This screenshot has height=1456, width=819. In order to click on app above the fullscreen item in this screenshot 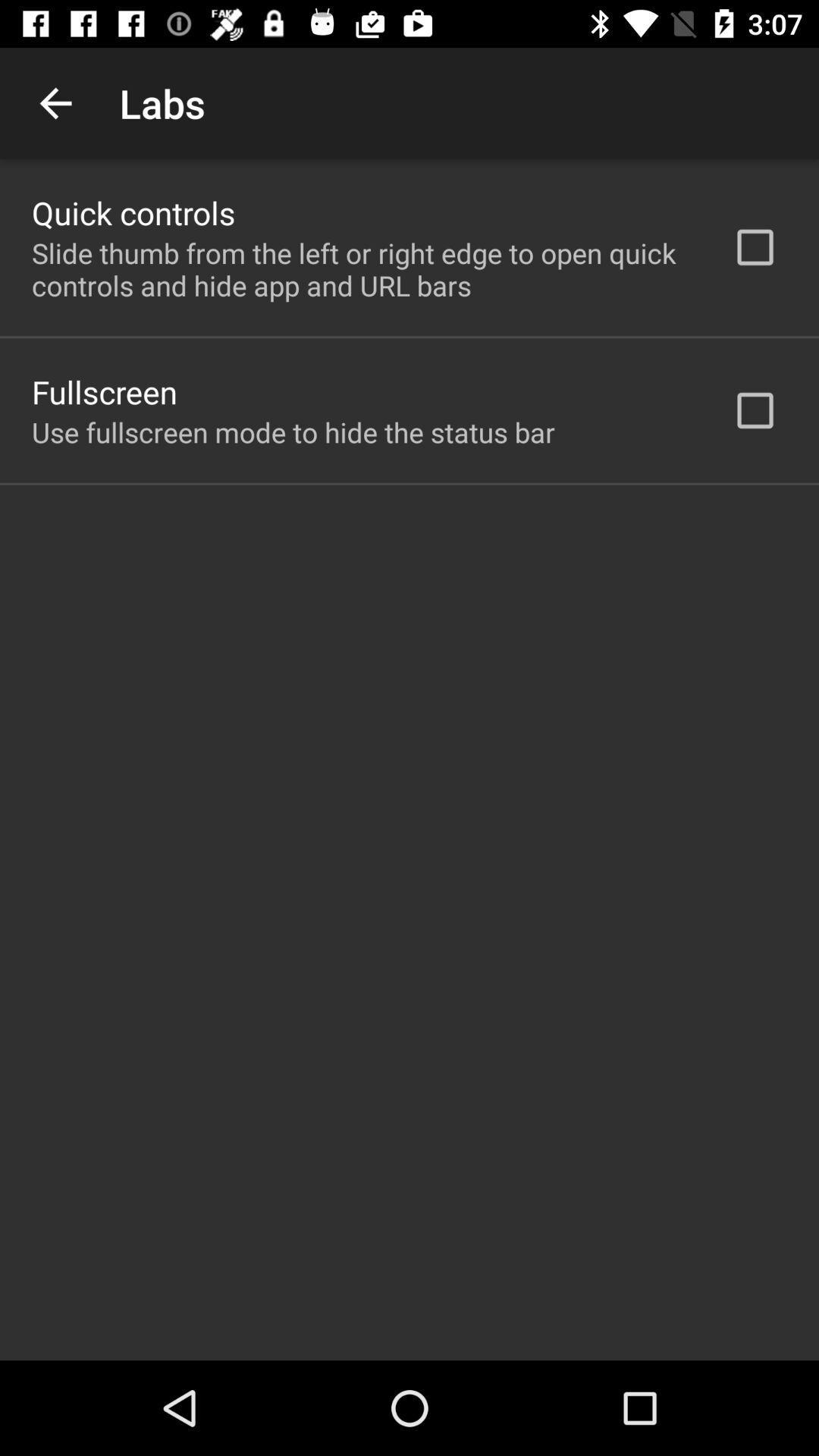, I will do `click(362, 269)`.